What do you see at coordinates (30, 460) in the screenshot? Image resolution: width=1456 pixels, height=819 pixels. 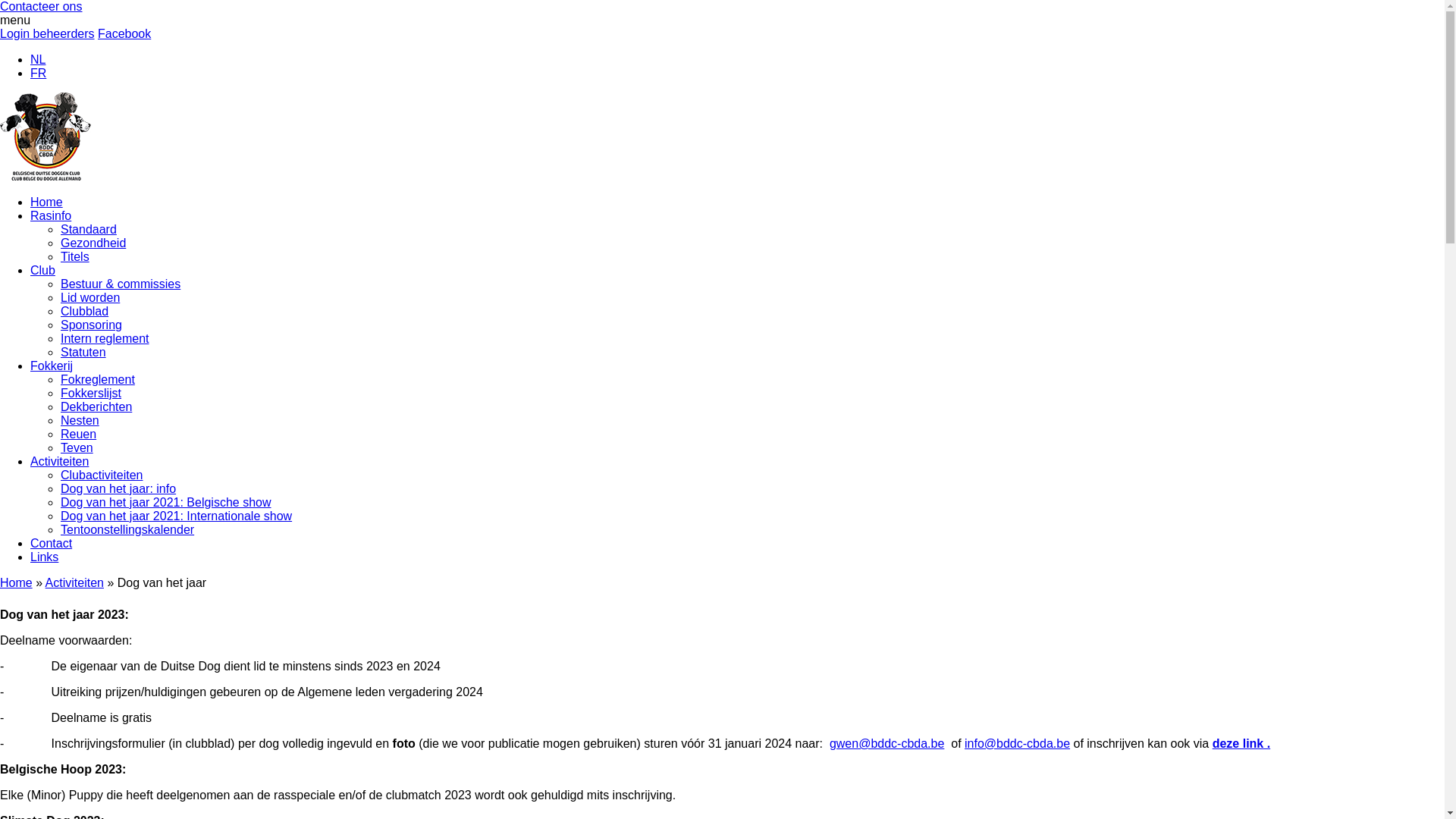 I see `'Activiteiten'` at bounding box center [30, 460].